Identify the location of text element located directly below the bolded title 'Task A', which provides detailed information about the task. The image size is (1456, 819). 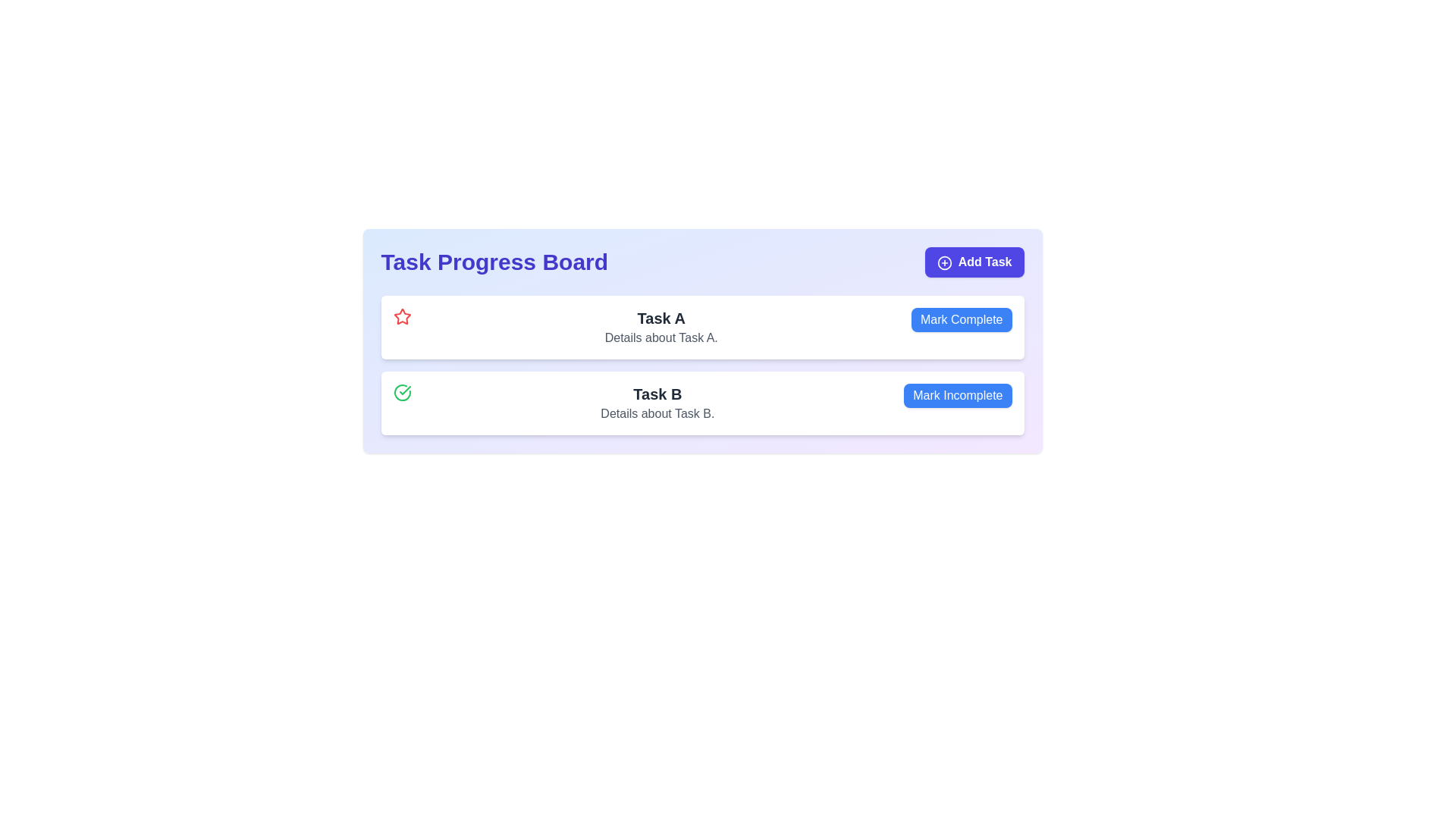
(661, 337).